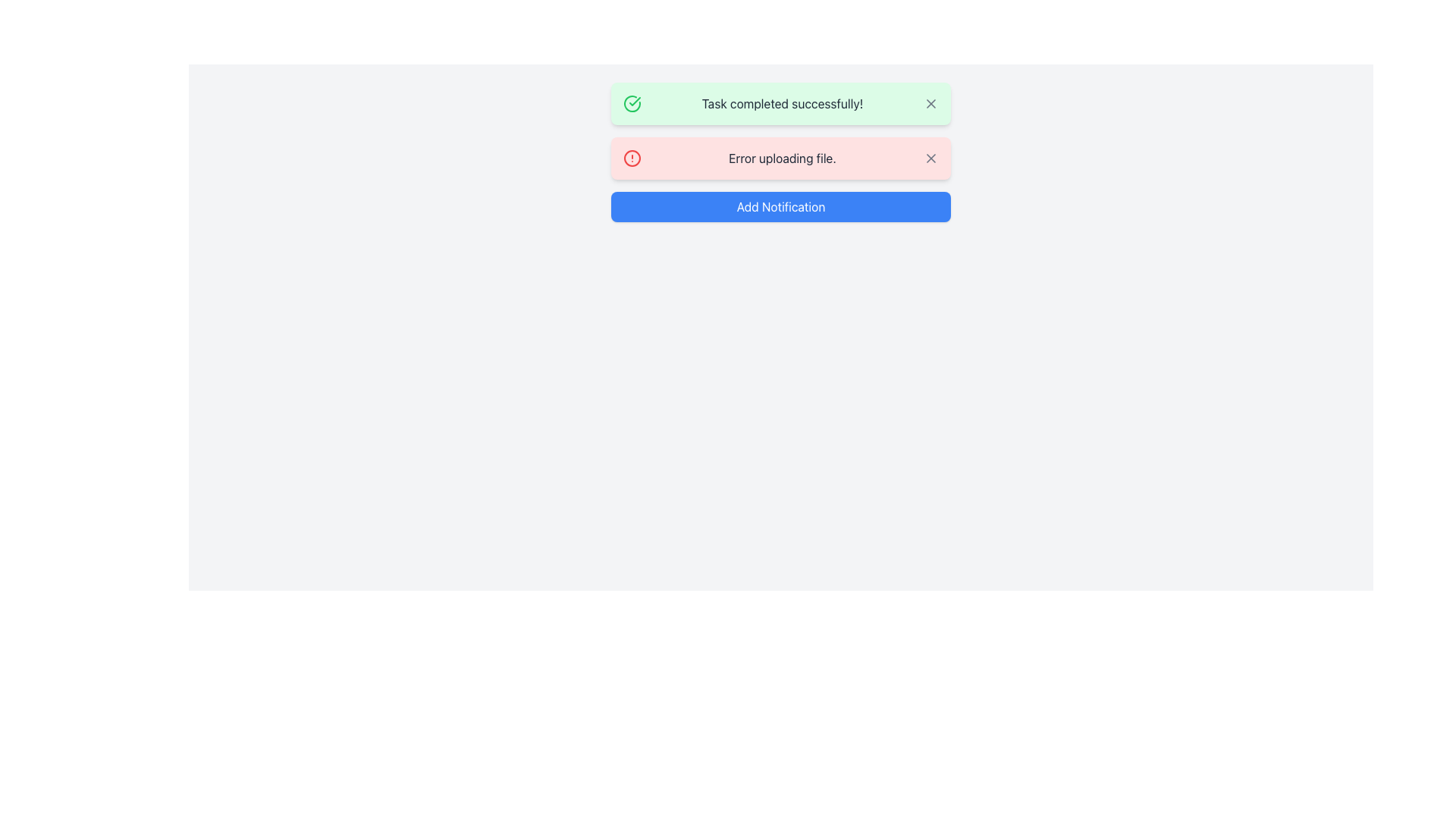  What do you see at coordinates (635, 102) in the screenshot?
I see `the small green checkmark icon indicating success, located at the center of the circular frame on the notification card titled 'Task completed successfully!'` at bounding box center [635, 102].